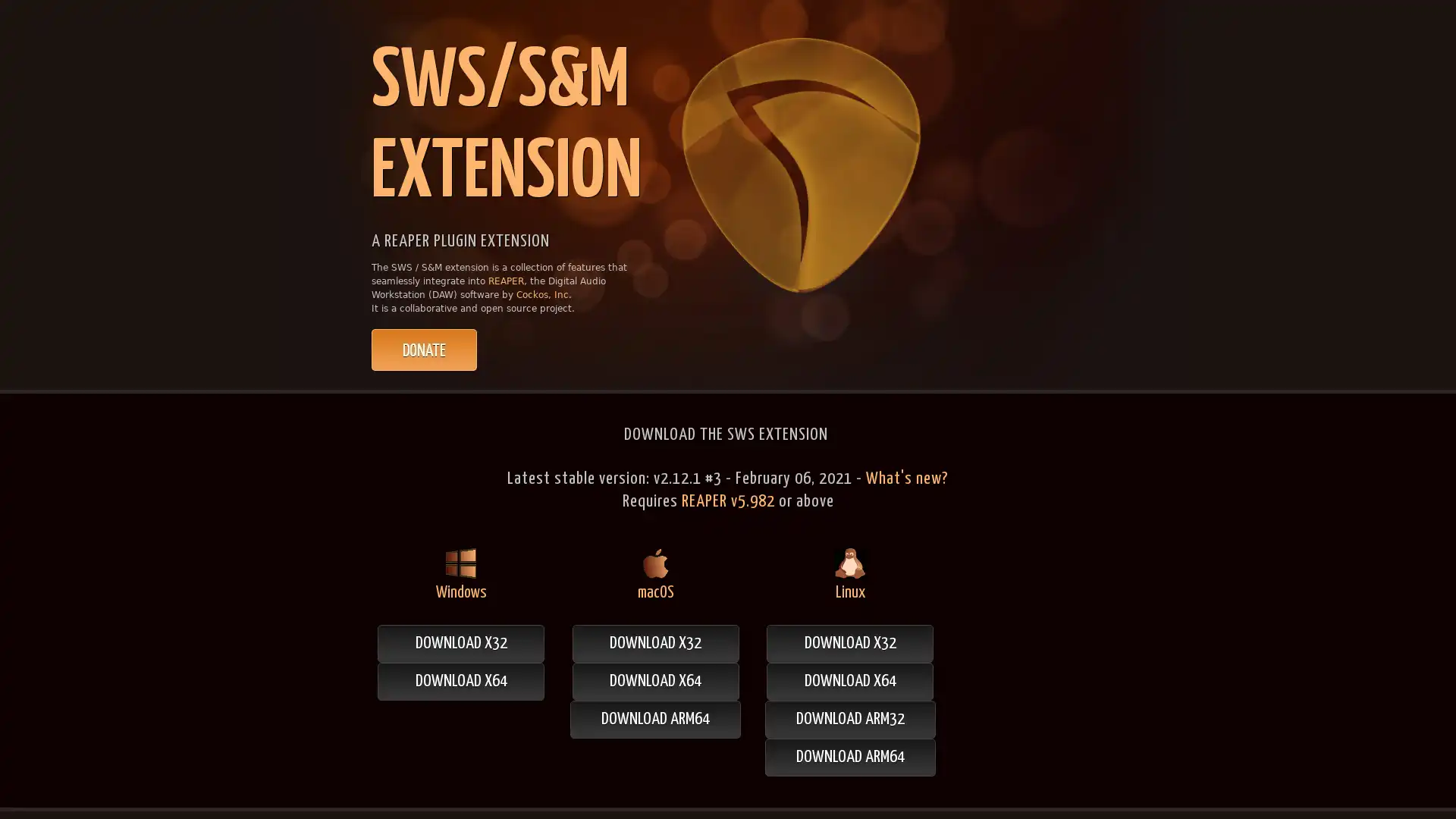 This screenshot has width=1456, height=819. What do you see at coordinates (484, 680) in the screenshot?
I see `DOWNLOAD X64` at bounding box center [484, 680].